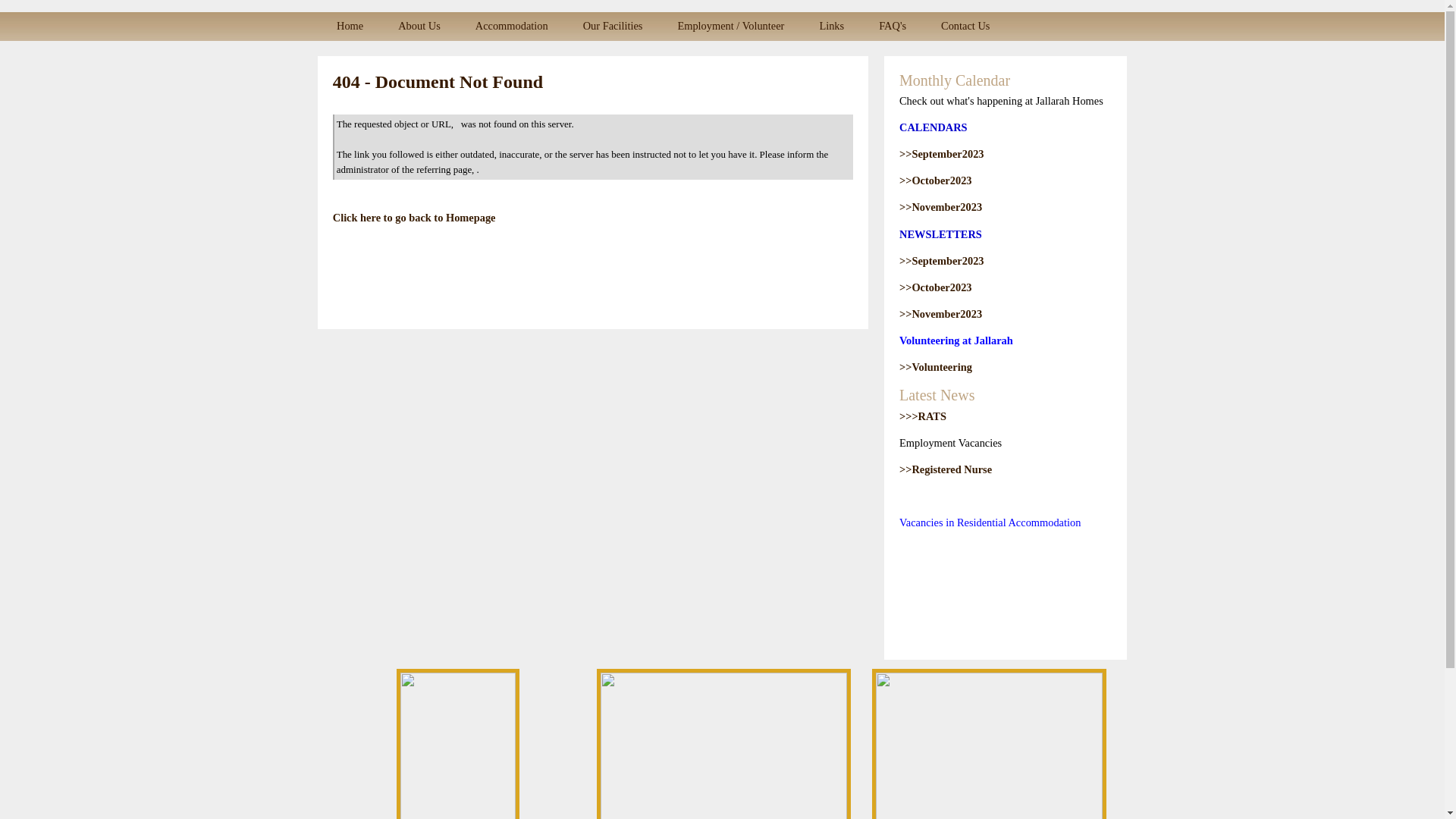 Image resolution: width=1456 pixels, height=819 pixels. What do you see at coordinates (934, 366) in the screenshot?
I see `'>>Volunteering'` at bounding box center [934, 366].